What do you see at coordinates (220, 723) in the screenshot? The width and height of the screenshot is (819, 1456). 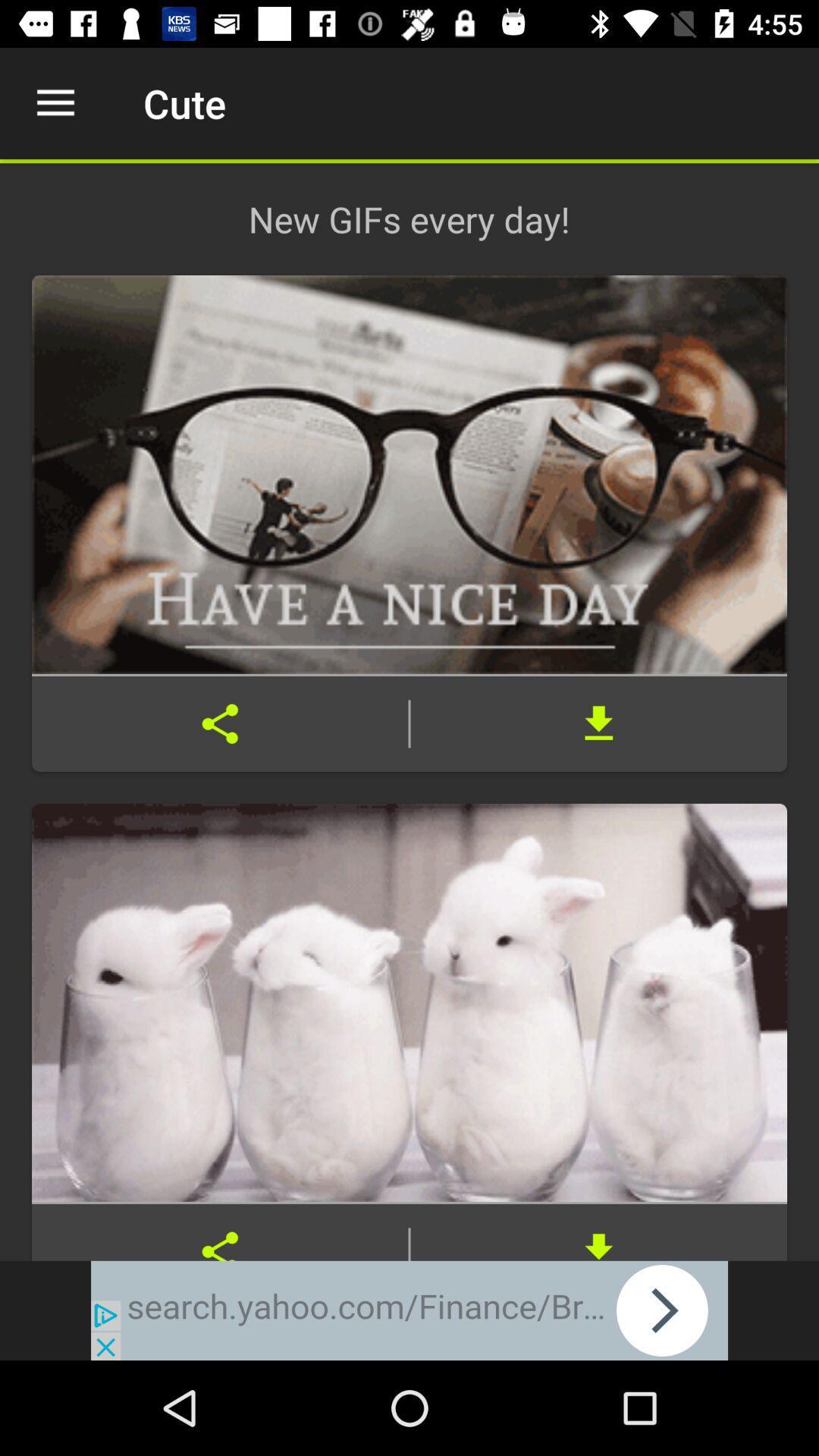 I see `share gif` at bounding box center [220, 723].